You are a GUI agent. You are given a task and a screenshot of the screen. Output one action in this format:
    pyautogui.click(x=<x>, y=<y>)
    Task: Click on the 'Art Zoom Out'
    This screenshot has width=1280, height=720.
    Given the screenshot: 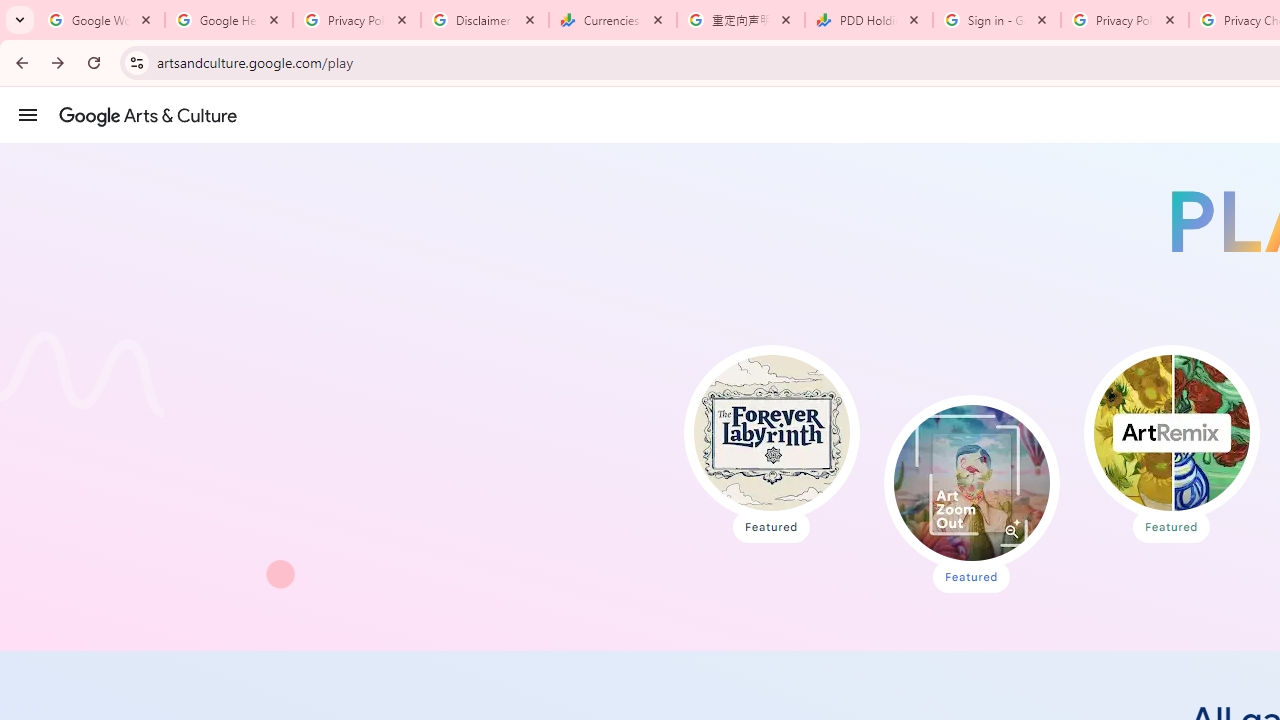 What is the action you would take?
    pyautogui.click(x=971, y=483)
    